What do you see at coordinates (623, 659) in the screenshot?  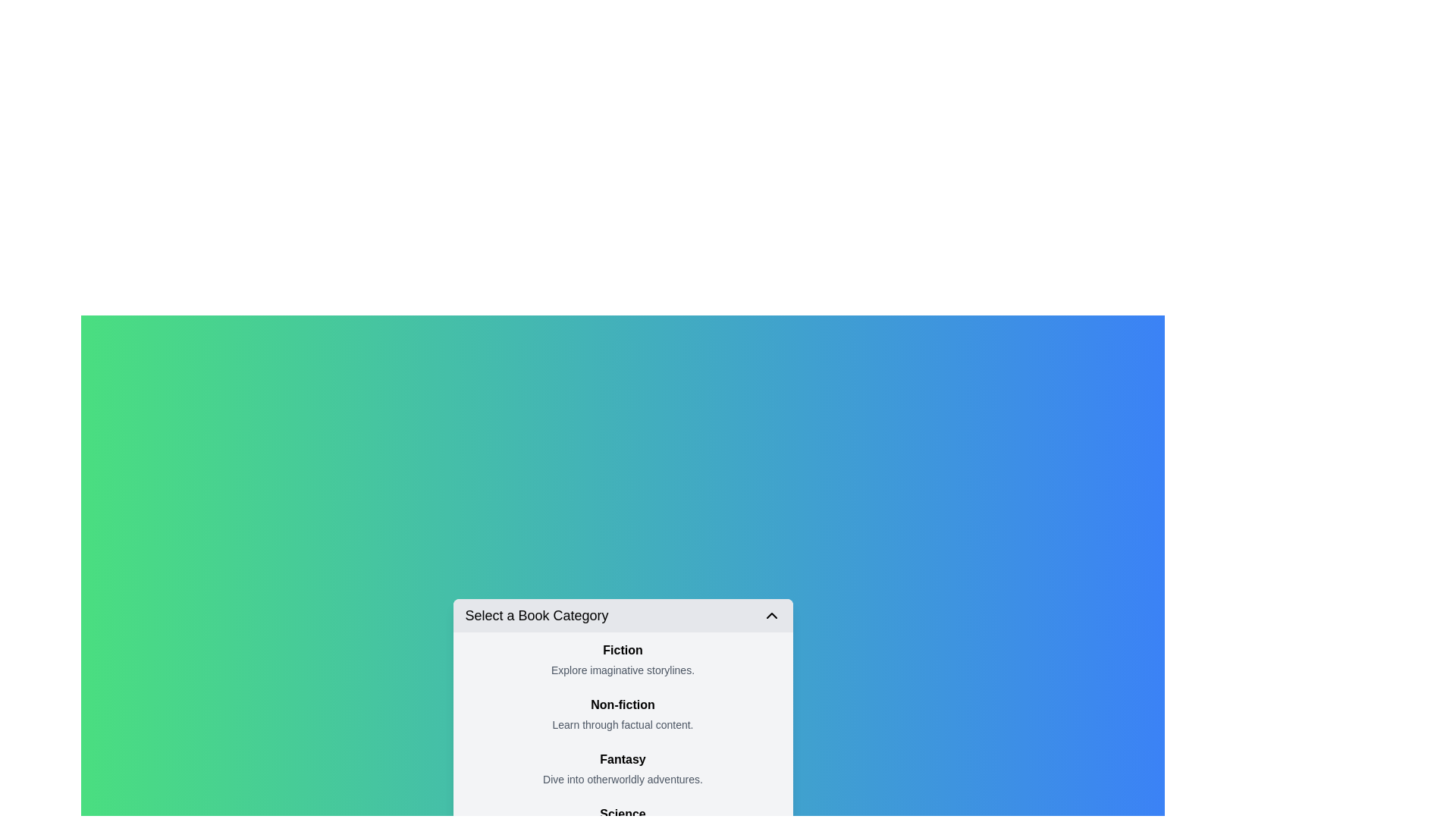 I see `the 'Fiction' button, which is the first entry in a list of book categories, featuring a bold title and a light gray background` at bounding box center [623, 659].